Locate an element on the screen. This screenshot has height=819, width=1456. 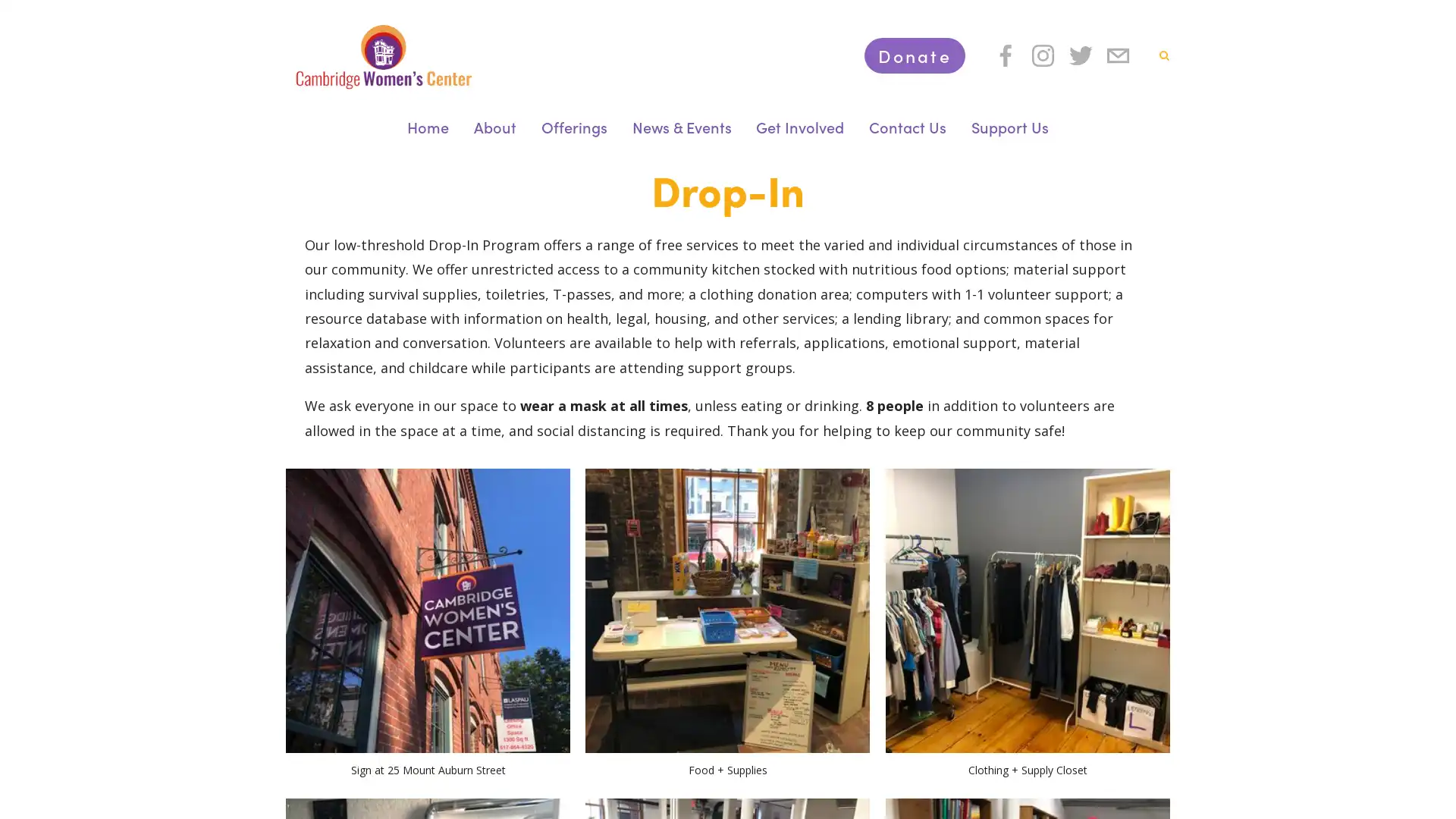
View fullsize Sign at 25 Mount Auburn Street is located at coordinates (427, 610).